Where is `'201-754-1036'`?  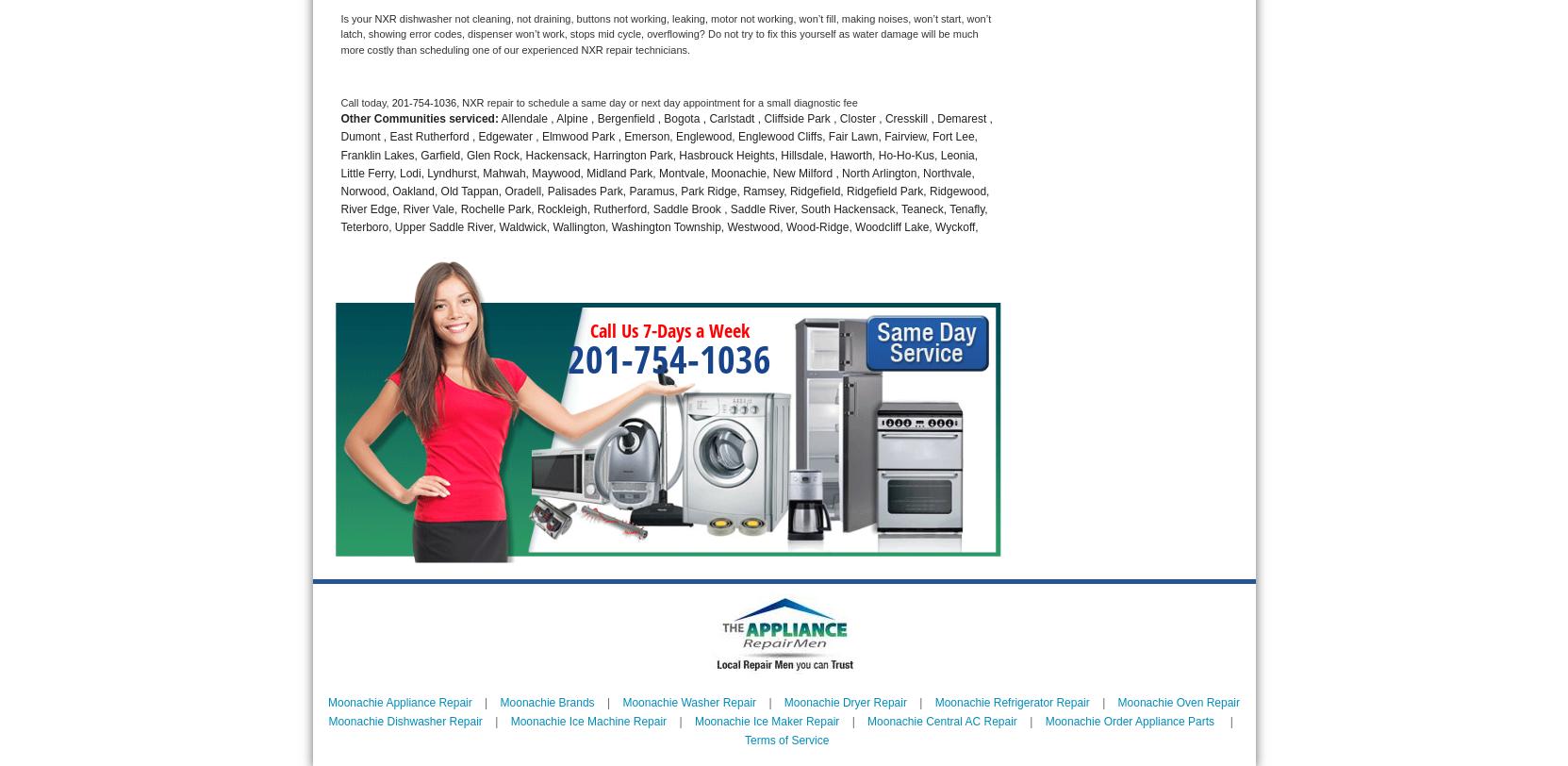
'201-754-1036' is located at coordinates (668, 358).